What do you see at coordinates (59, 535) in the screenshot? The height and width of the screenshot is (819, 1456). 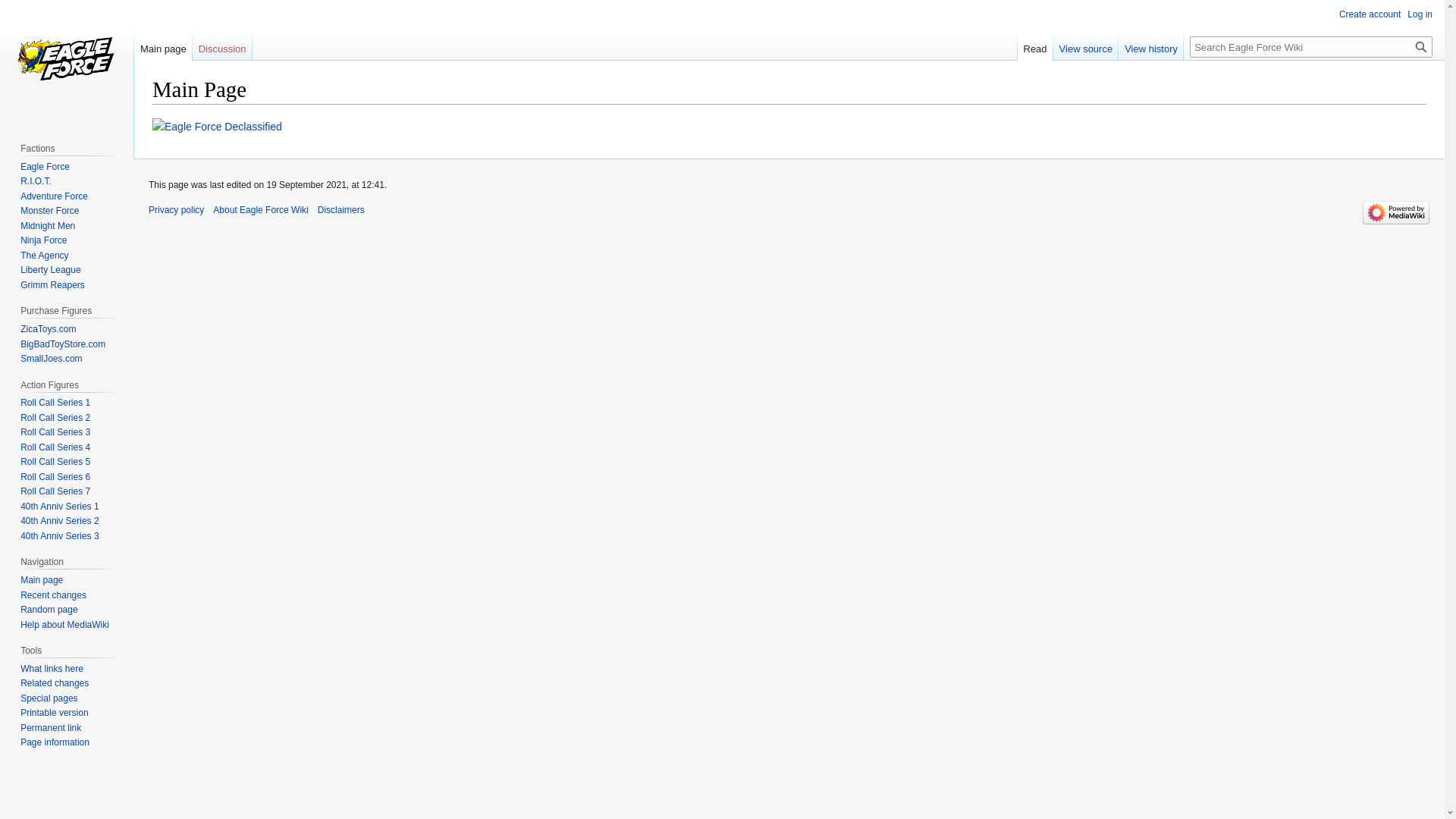 I see `'40th Anniv Series 3'` at bounding box center [59, 535].